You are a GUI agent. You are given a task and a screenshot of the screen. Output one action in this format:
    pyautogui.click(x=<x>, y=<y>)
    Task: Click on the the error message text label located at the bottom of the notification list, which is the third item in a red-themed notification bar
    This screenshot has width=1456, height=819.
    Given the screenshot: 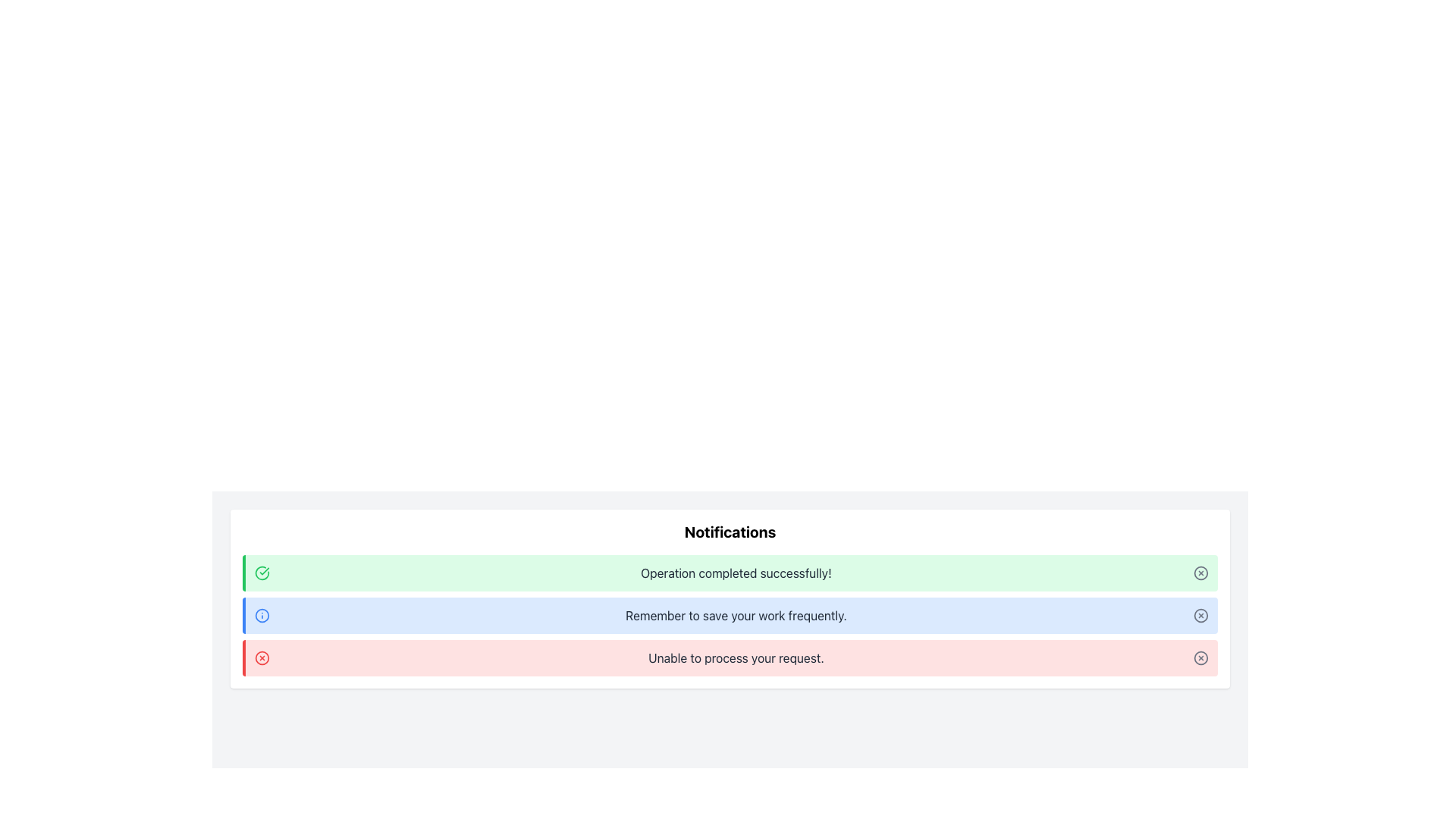 What is the action you would take?
    pyautogui.click(x=736, y=657)
    